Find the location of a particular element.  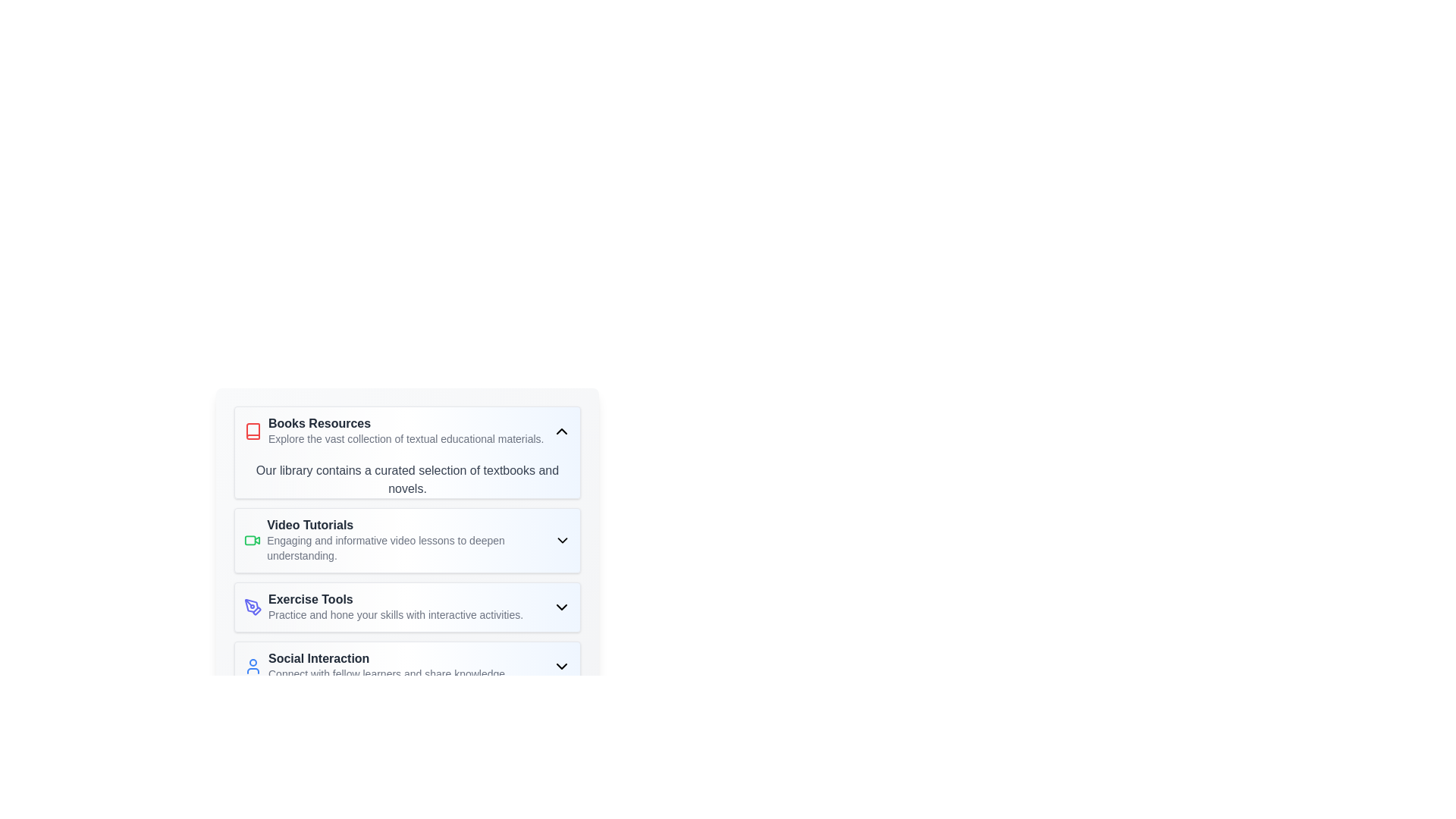

the Expandable section header is located at coordinates (407, 431).